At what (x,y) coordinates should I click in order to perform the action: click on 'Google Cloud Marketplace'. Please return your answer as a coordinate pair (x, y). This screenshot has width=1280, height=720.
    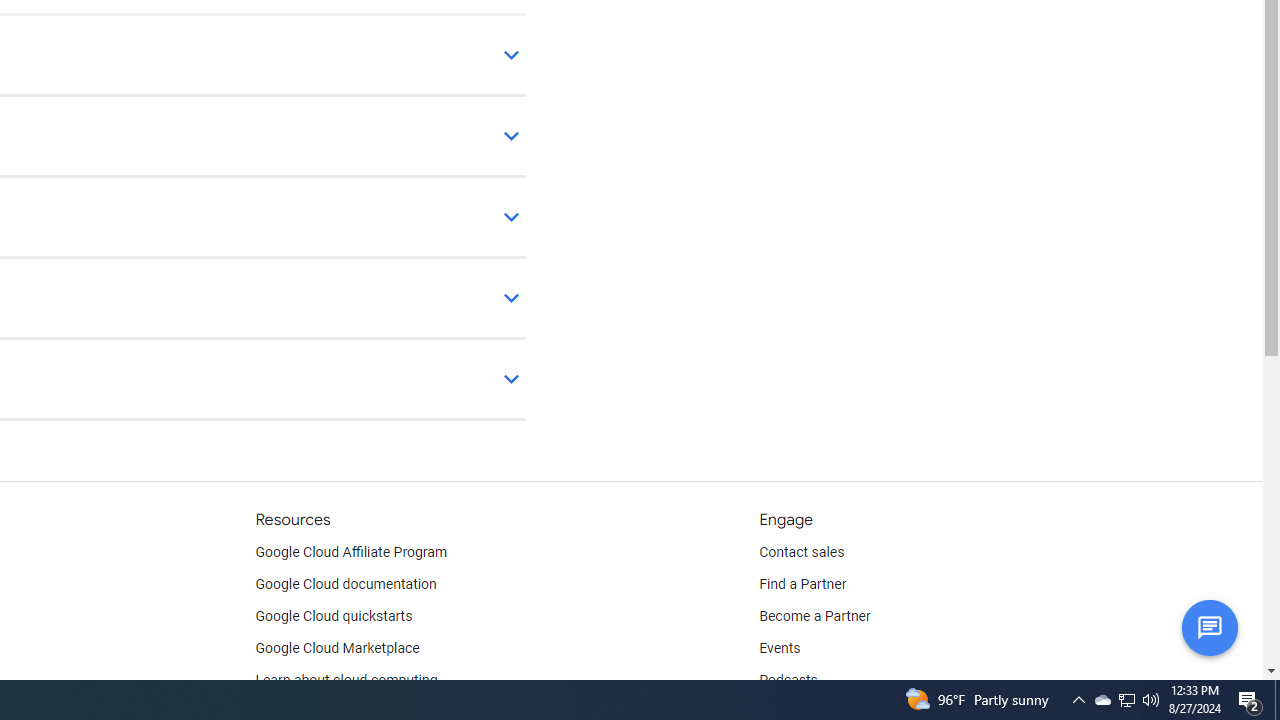
    Looking at the image, I should click on (337, 649).